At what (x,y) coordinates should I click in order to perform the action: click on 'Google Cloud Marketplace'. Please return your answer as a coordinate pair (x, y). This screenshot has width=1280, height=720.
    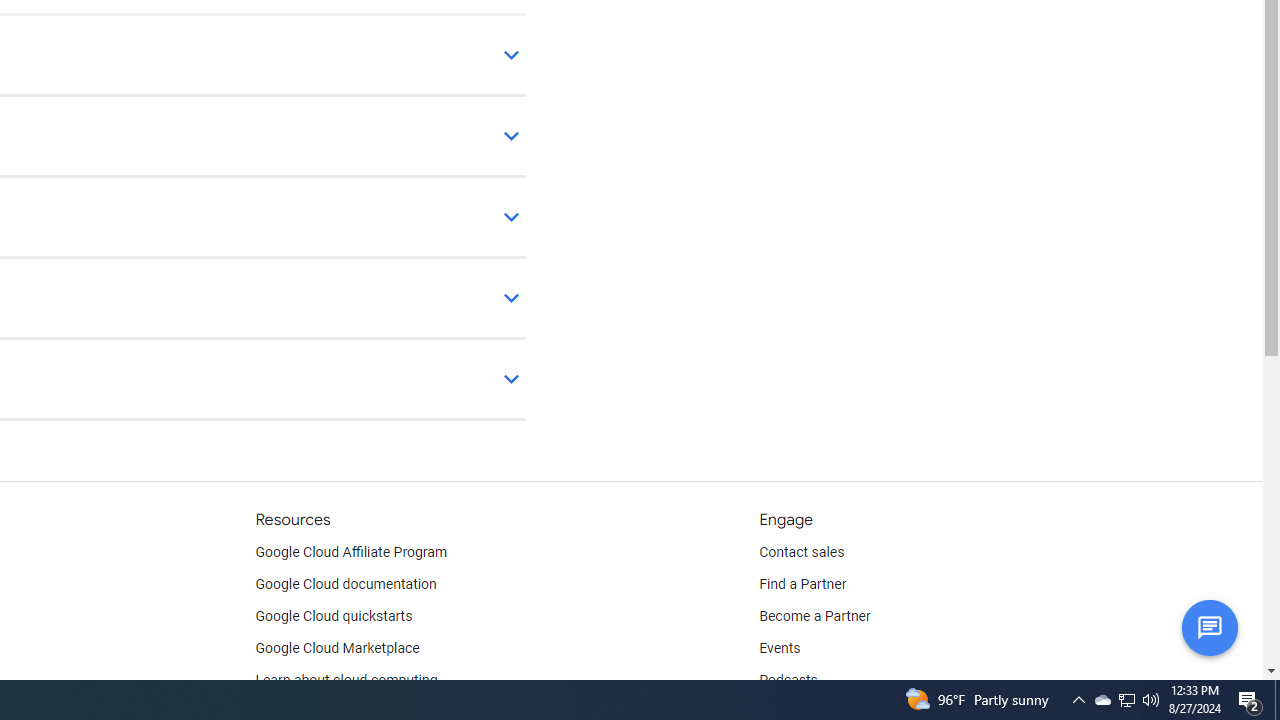
    Looking at the image, I should click on (337, 649).